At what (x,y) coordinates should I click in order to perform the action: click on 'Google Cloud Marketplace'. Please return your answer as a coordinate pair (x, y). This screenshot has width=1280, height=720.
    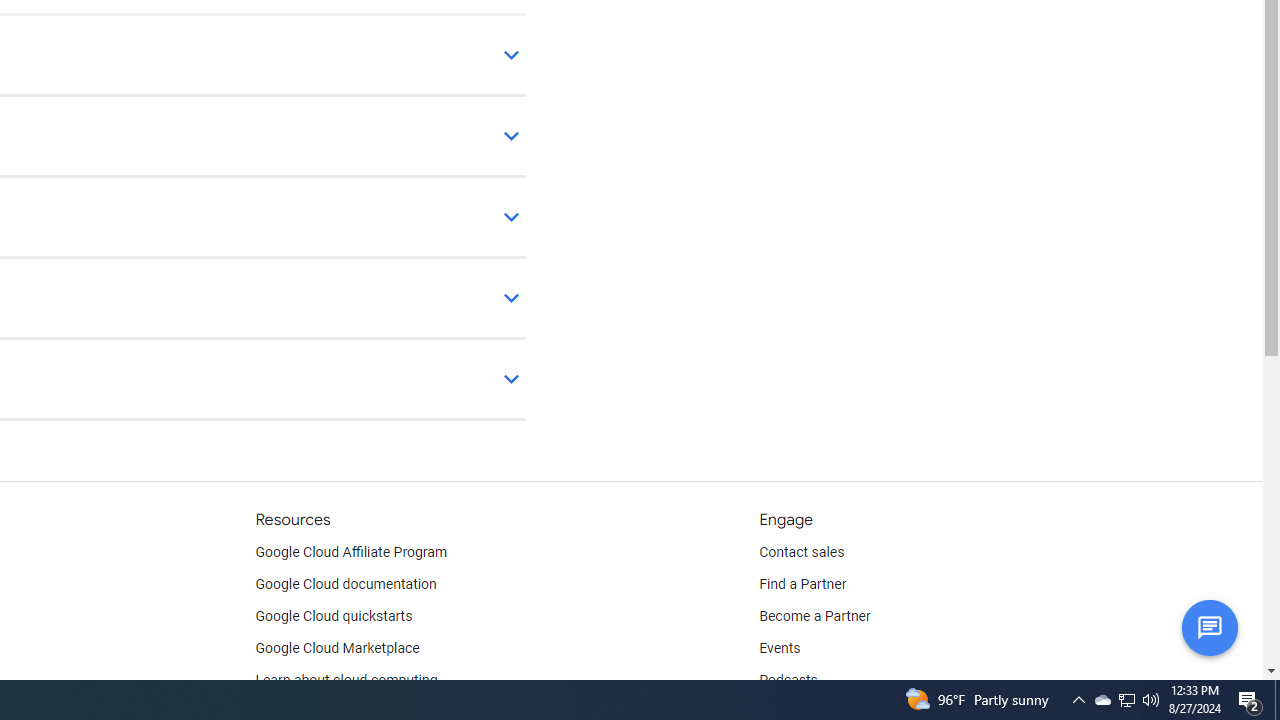
    Looking at the image, I should click on (337, 649).